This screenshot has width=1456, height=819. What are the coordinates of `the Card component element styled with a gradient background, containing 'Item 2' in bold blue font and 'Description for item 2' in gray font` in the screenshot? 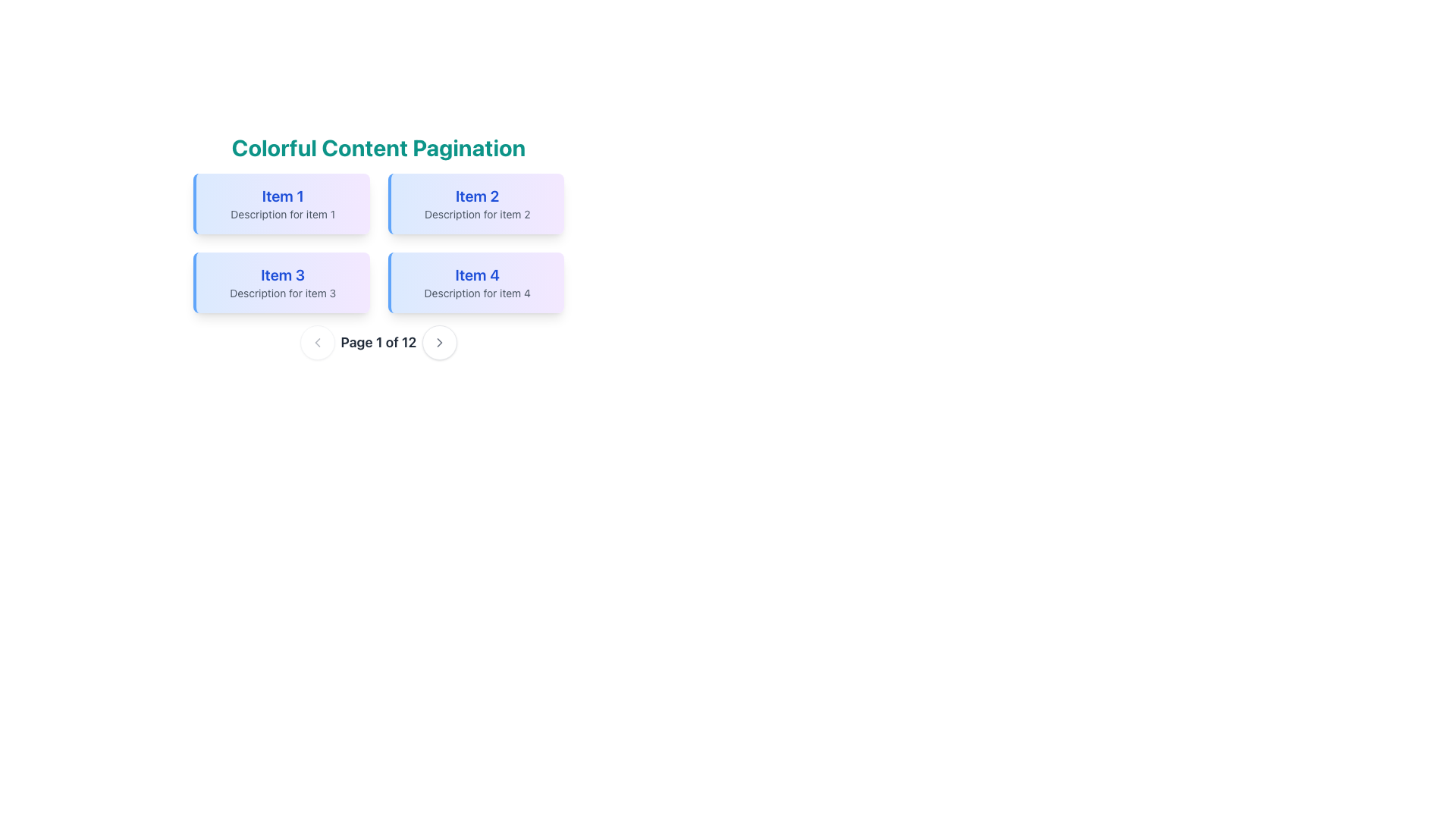 It's located at (475, 203).